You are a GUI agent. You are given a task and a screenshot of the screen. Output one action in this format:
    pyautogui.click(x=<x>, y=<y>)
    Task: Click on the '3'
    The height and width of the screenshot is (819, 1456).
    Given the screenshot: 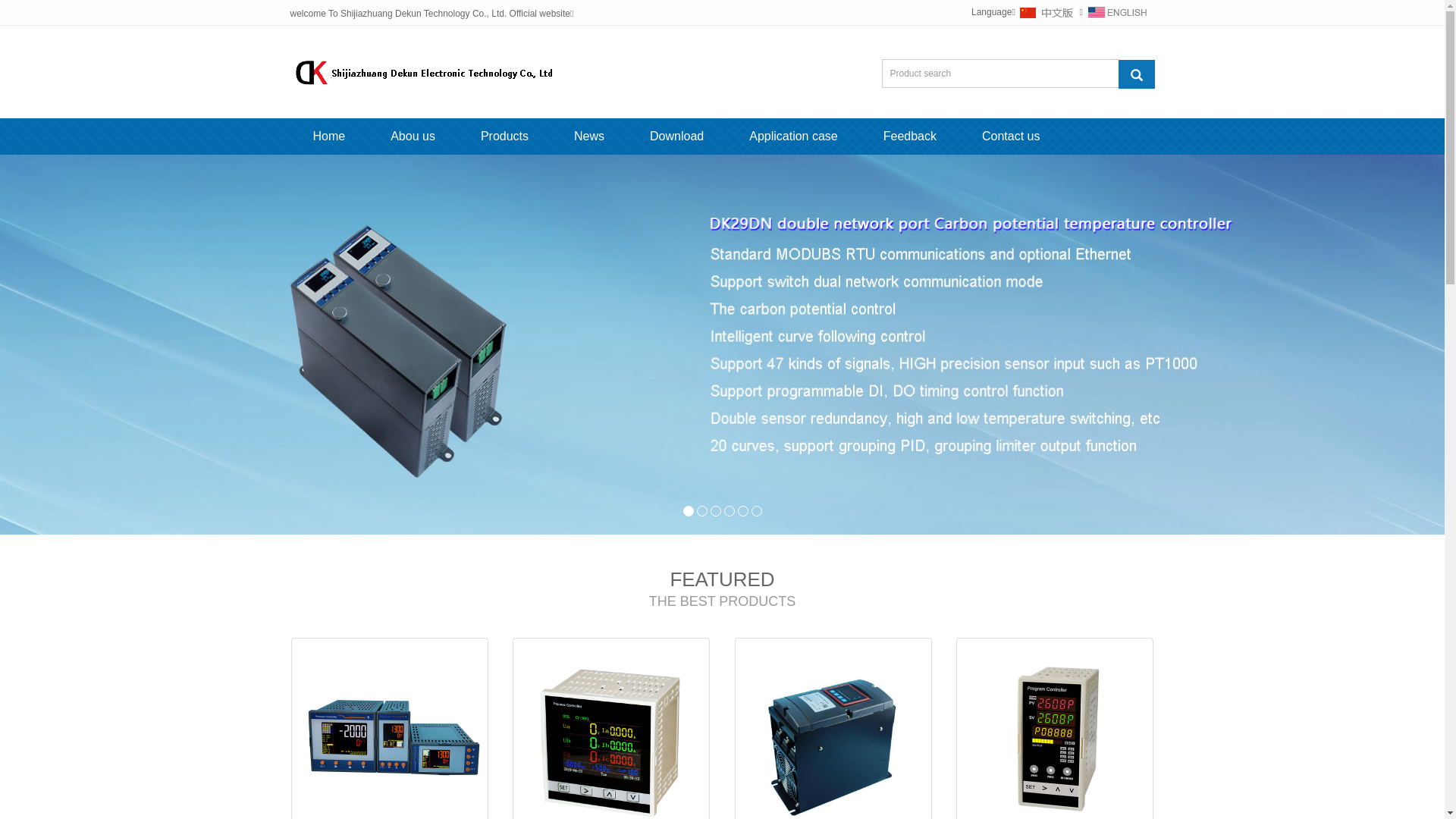 What is the action you would take?
    pyautogui.click(x=714, y=511)
    